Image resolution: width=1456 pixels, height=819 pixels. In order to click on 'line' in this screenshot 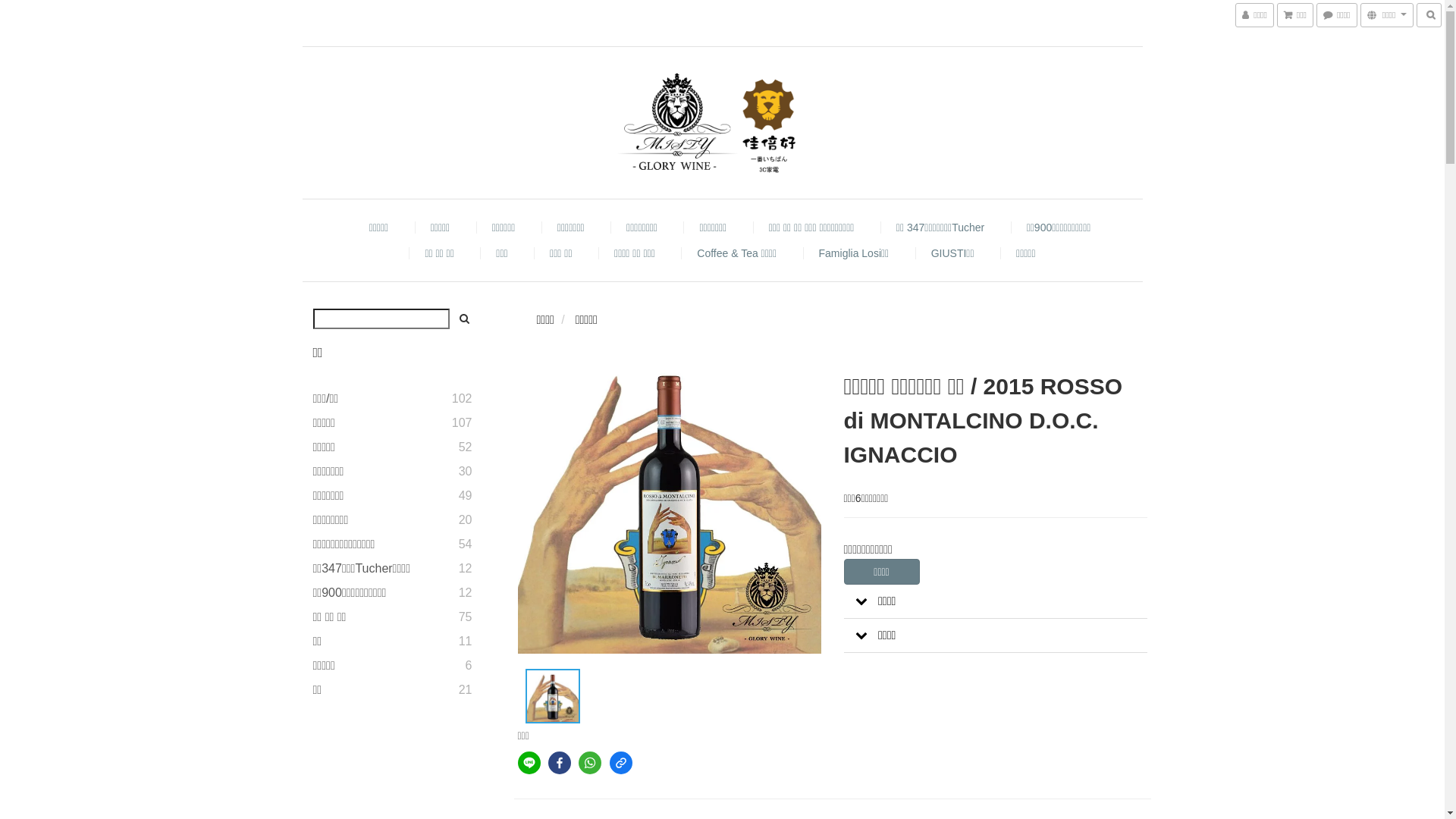, I will do `click(528, 763)`.